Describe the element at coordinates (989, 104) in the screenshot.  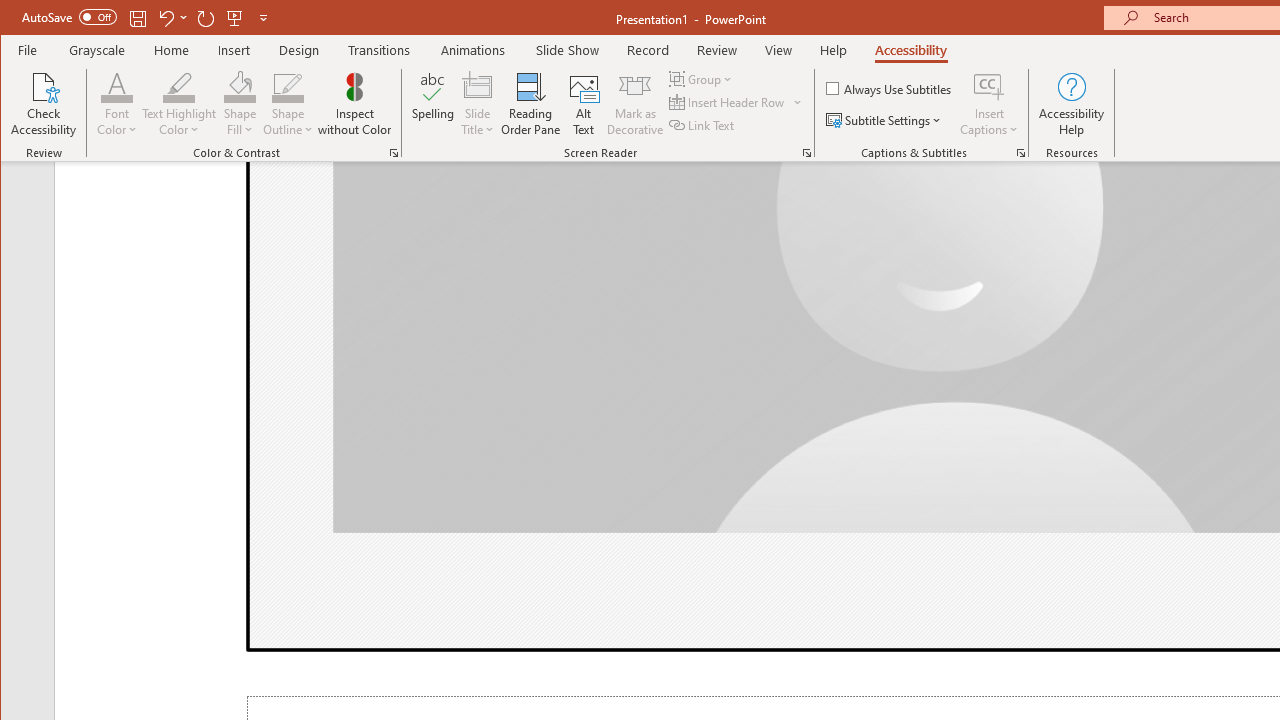
I see `'Insert Captions'` at that location.